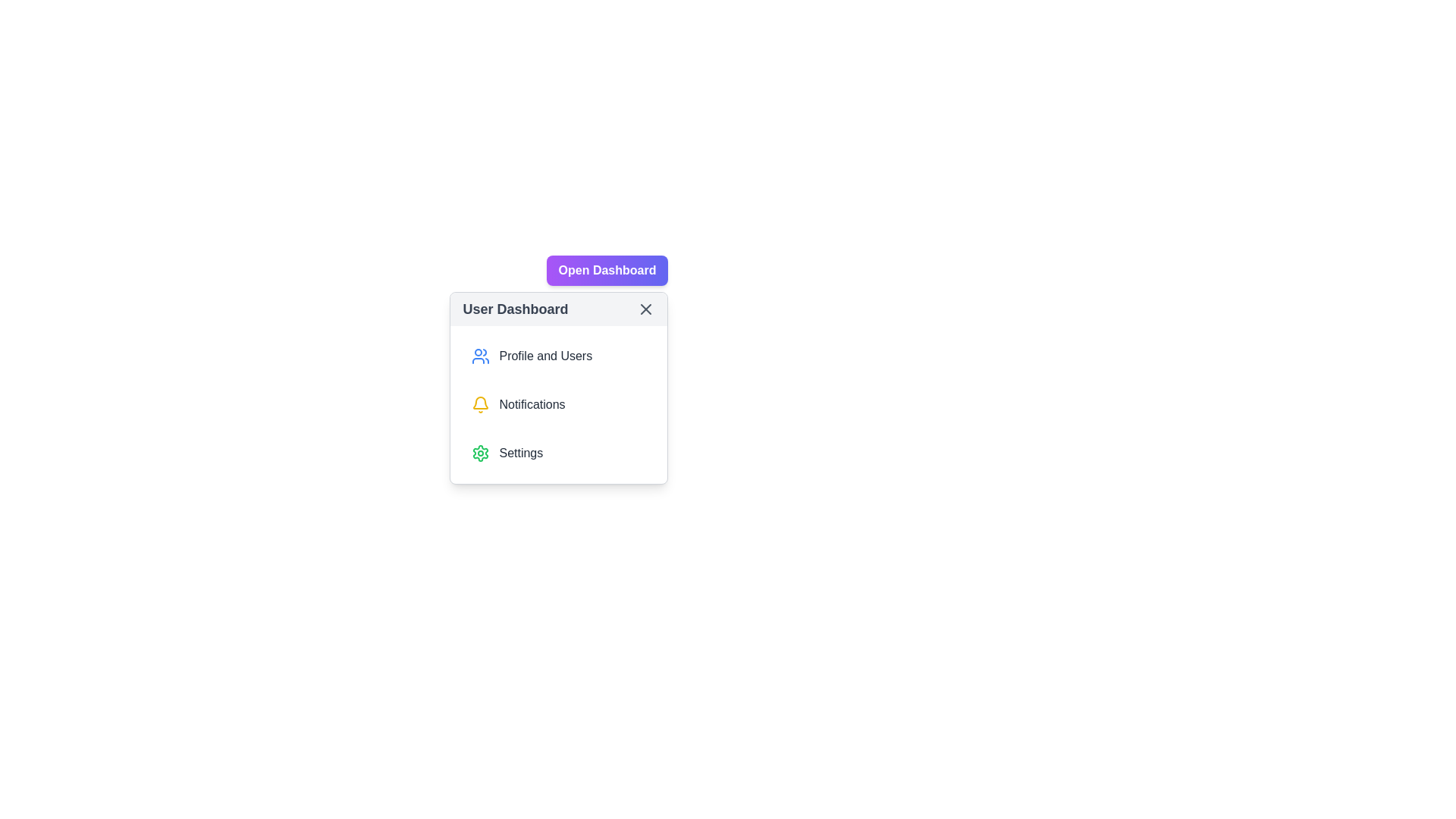 The image size is (1456, 819). I want to click on the 'Profile and Users' button, which is the first option in the 'User Dashboard' panel, featuring a blue user icon and bold gray text, so click(558, 356).